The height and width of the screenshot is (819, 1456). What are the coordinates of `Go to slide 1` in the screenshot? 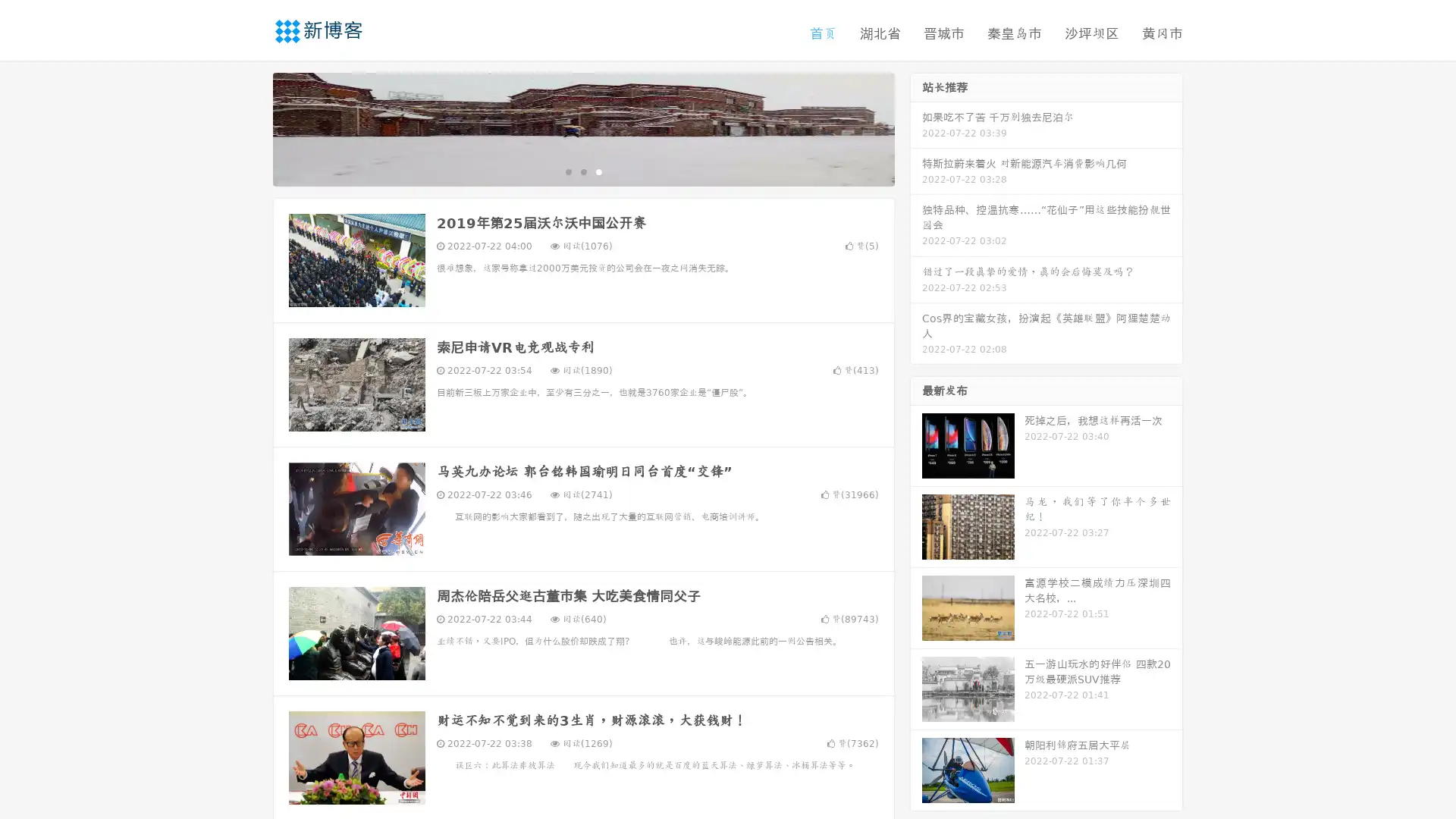 It's located at (567, 171).